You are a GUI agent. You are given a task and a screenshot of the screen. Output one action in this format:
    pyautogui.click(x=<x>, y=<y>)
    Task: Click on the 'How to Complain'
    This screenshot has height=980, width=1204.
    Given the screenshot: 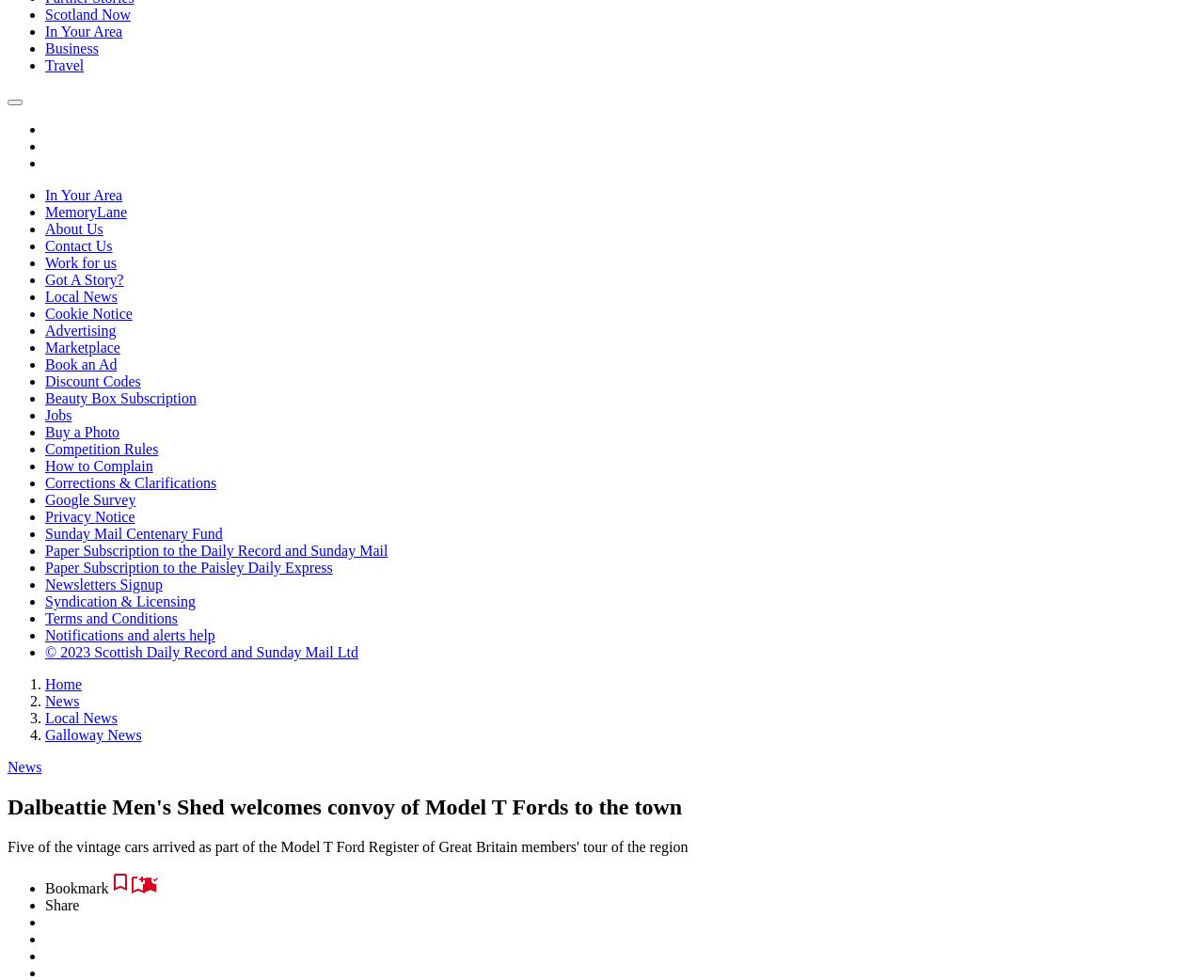 What is the action you would take?
    pyautogui.click(x=97, y=466)
    